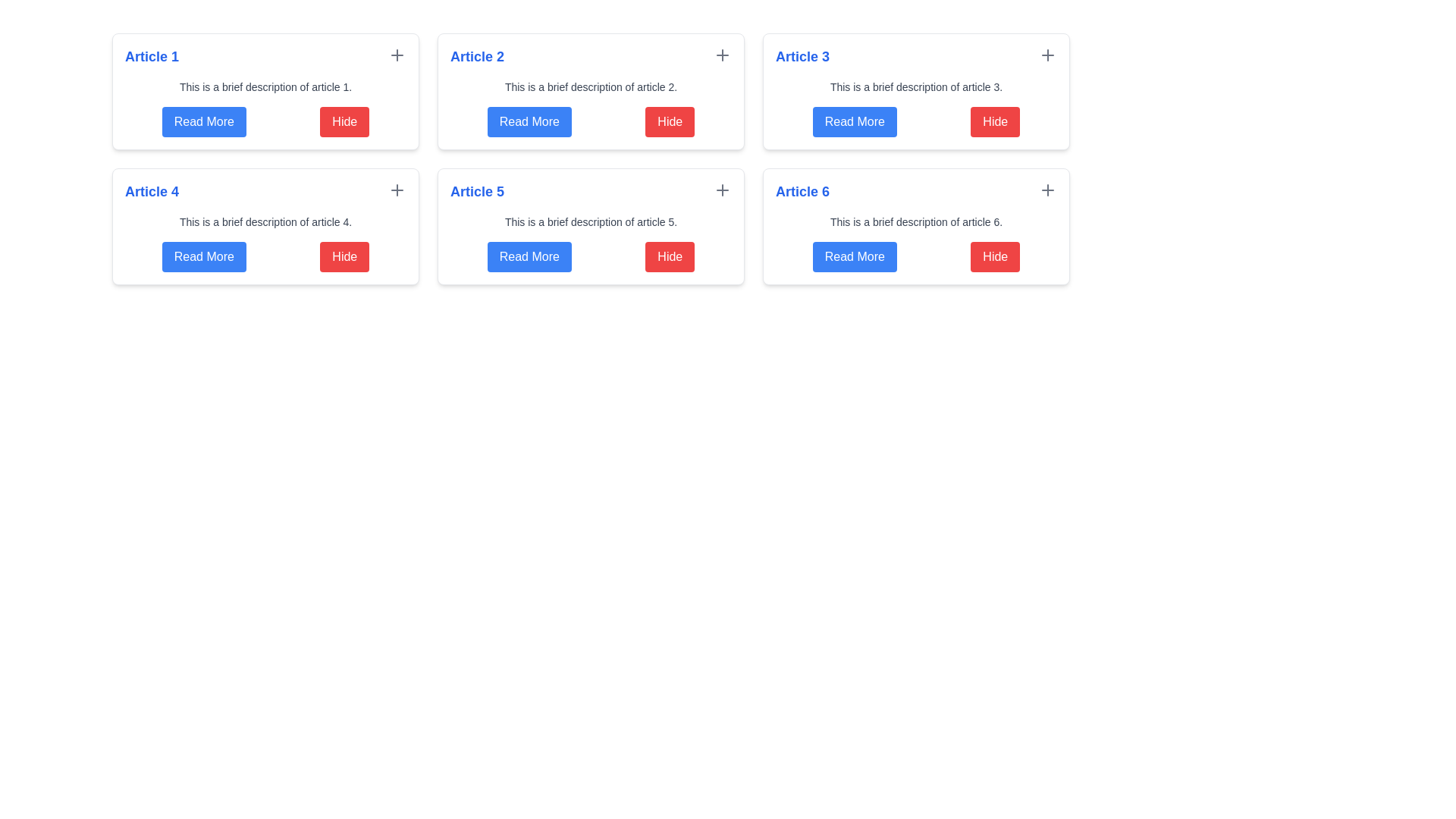  I want to click on the rectangular button with a blue background and white text that reads 'Read More', so click(855, 121).